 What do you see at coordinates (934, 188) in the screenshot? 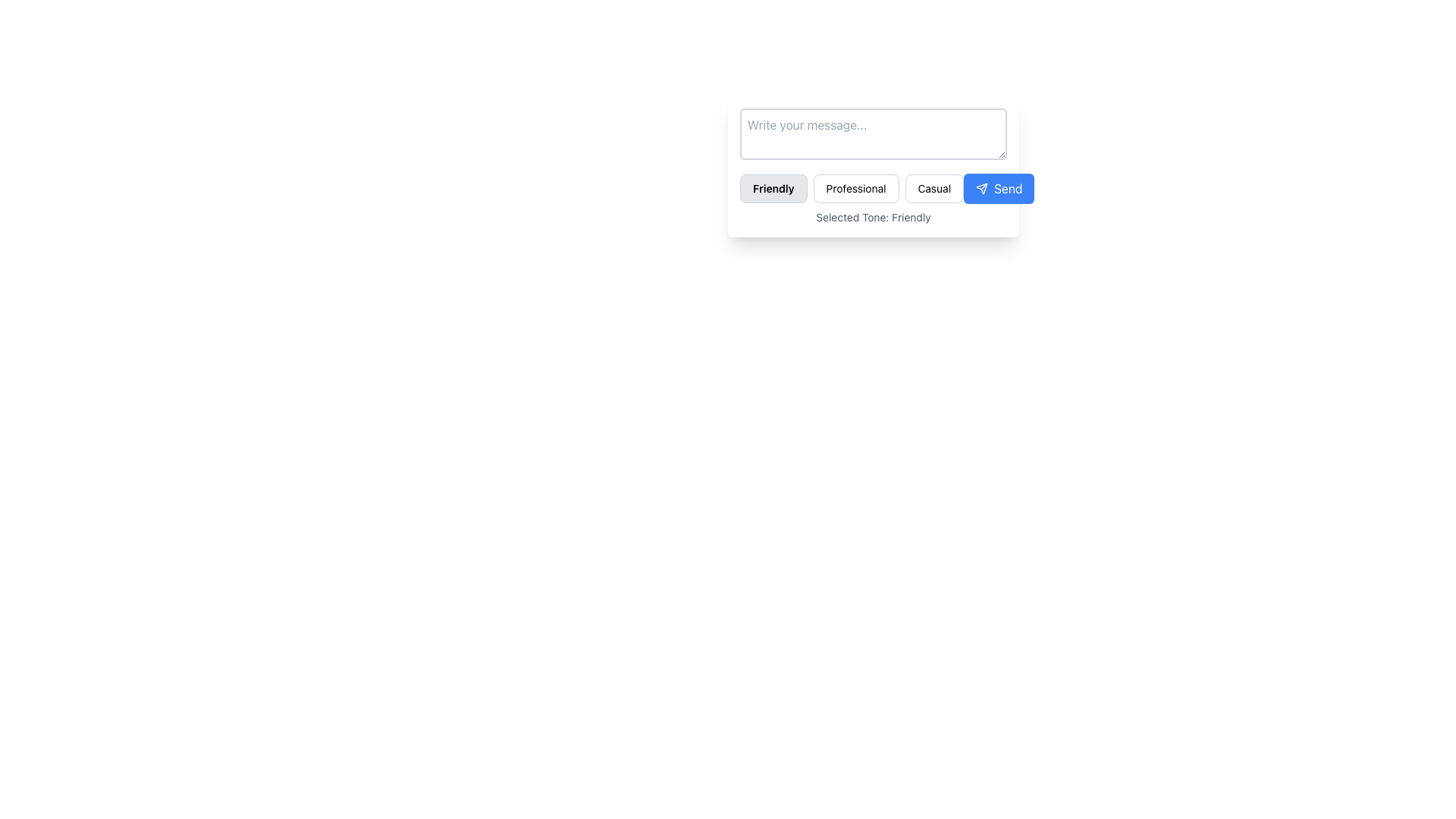
I see `the 'Casual' button` at bounding box center [934, 188].